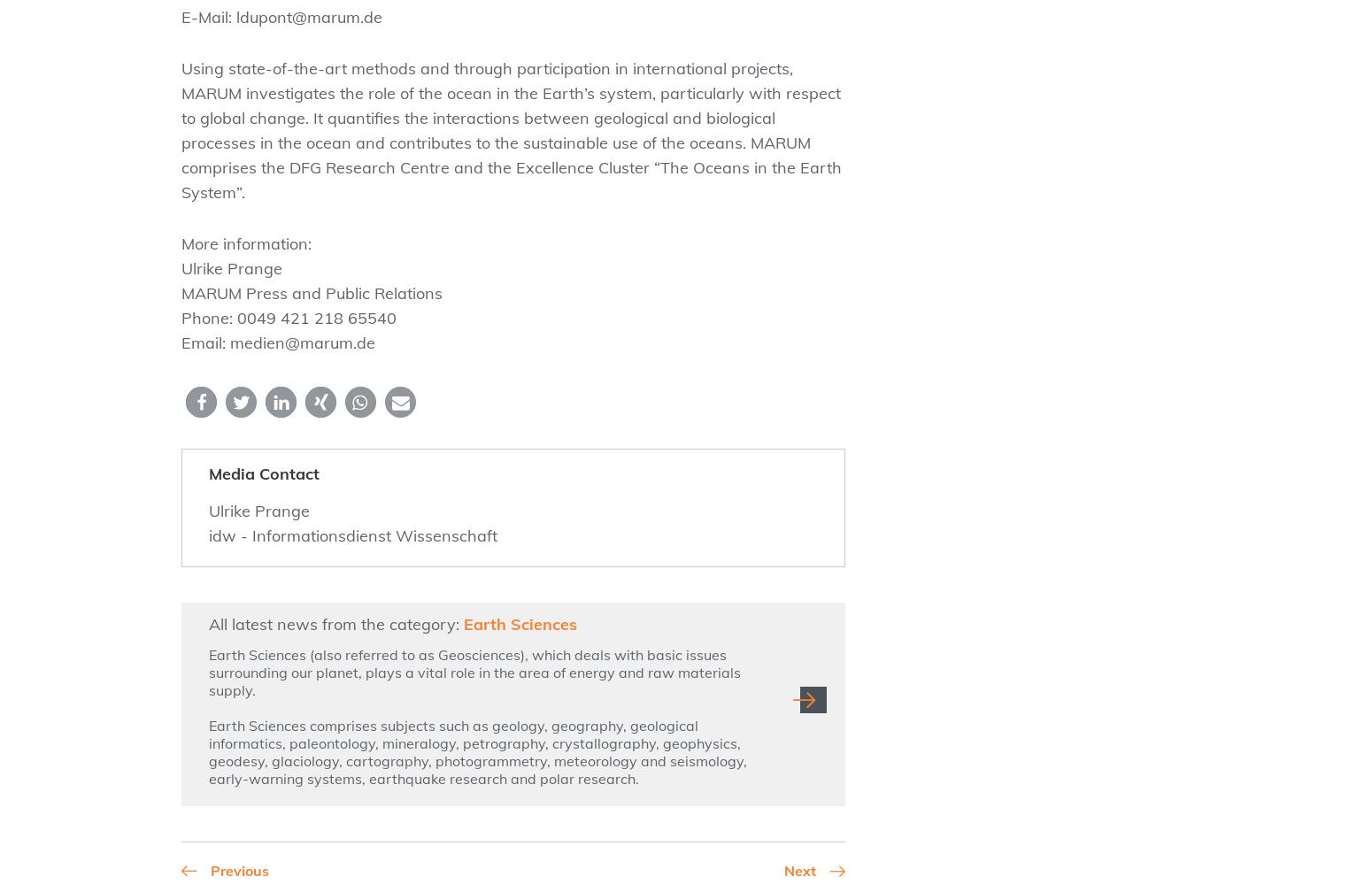 The image size is (1372, 892). I want to click on 'Next', so click(783, 871).